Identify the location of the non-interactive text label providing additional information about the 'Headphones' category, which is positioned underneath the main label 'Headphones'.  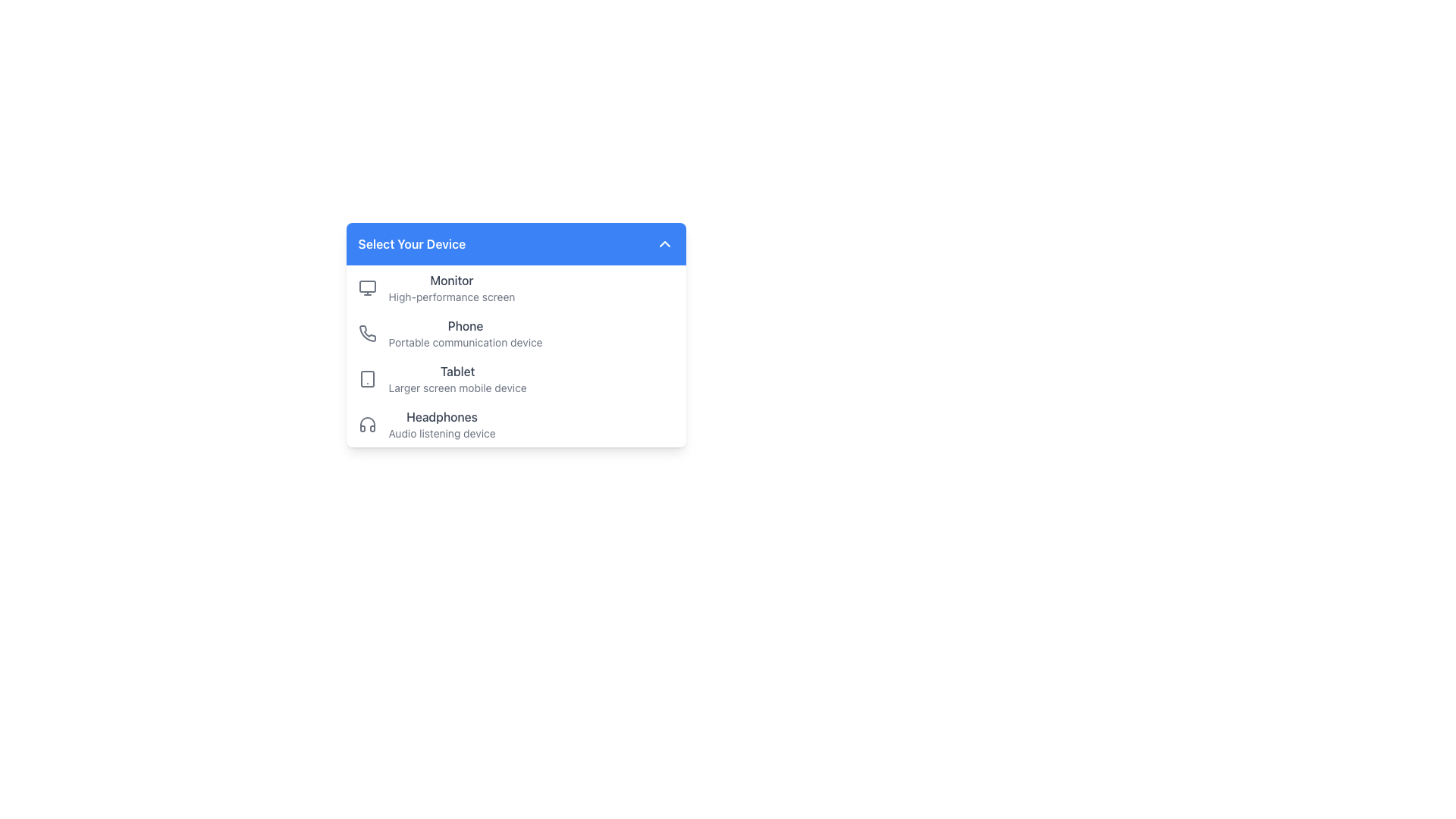
(441, 433).